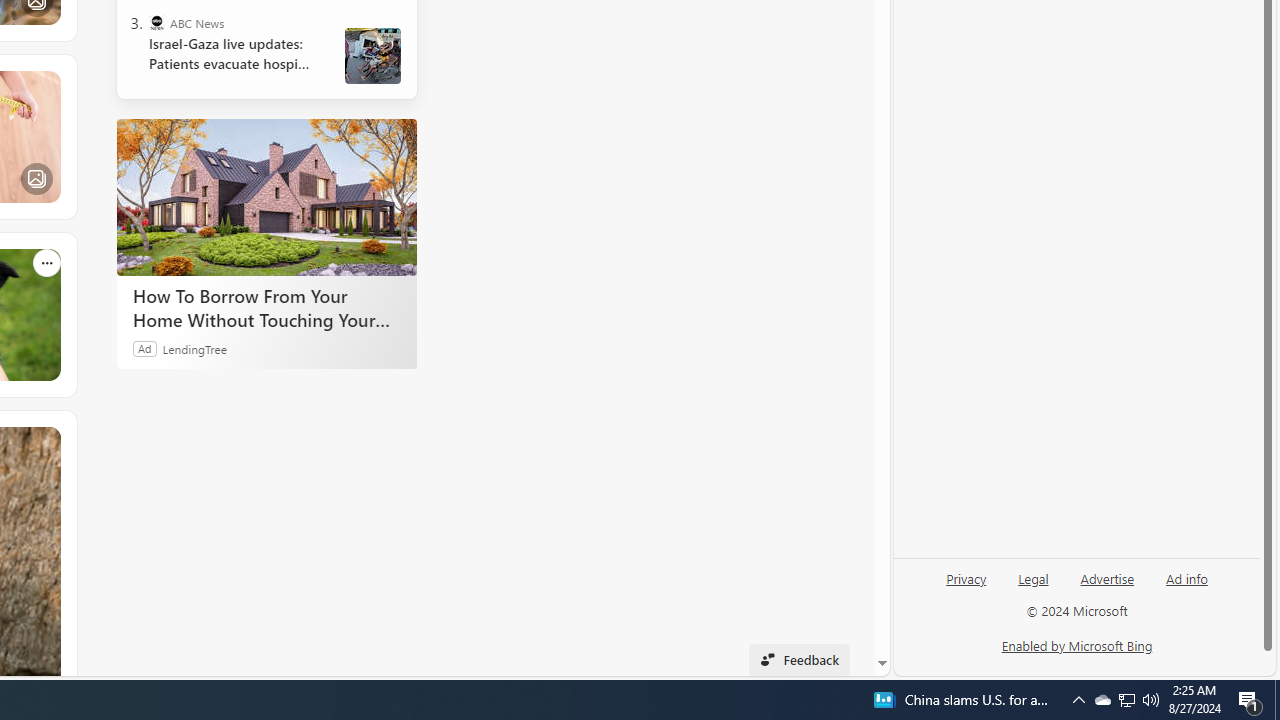 This screenshot has width=1280, height=720. I want to click on 'Privacy', so click(967, 585).